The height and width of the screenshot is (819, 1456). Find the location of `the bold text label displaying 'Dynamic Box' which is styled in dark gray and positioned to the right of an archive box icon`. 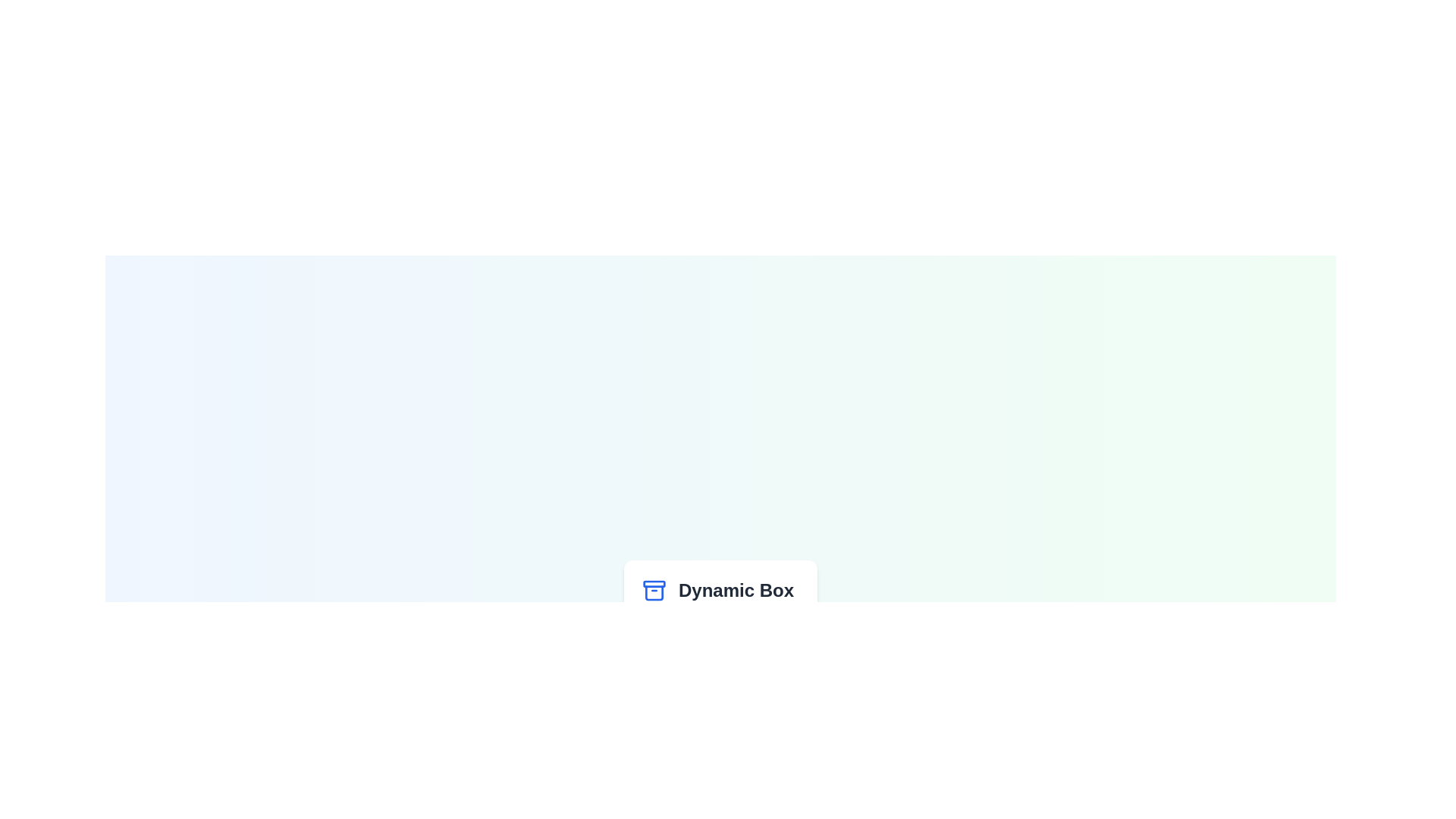

the bold text label displaying 'Dynamic Box' which is styled in dark gray and positioned to the right of an archive box icon is located at coordinates (736, 590).